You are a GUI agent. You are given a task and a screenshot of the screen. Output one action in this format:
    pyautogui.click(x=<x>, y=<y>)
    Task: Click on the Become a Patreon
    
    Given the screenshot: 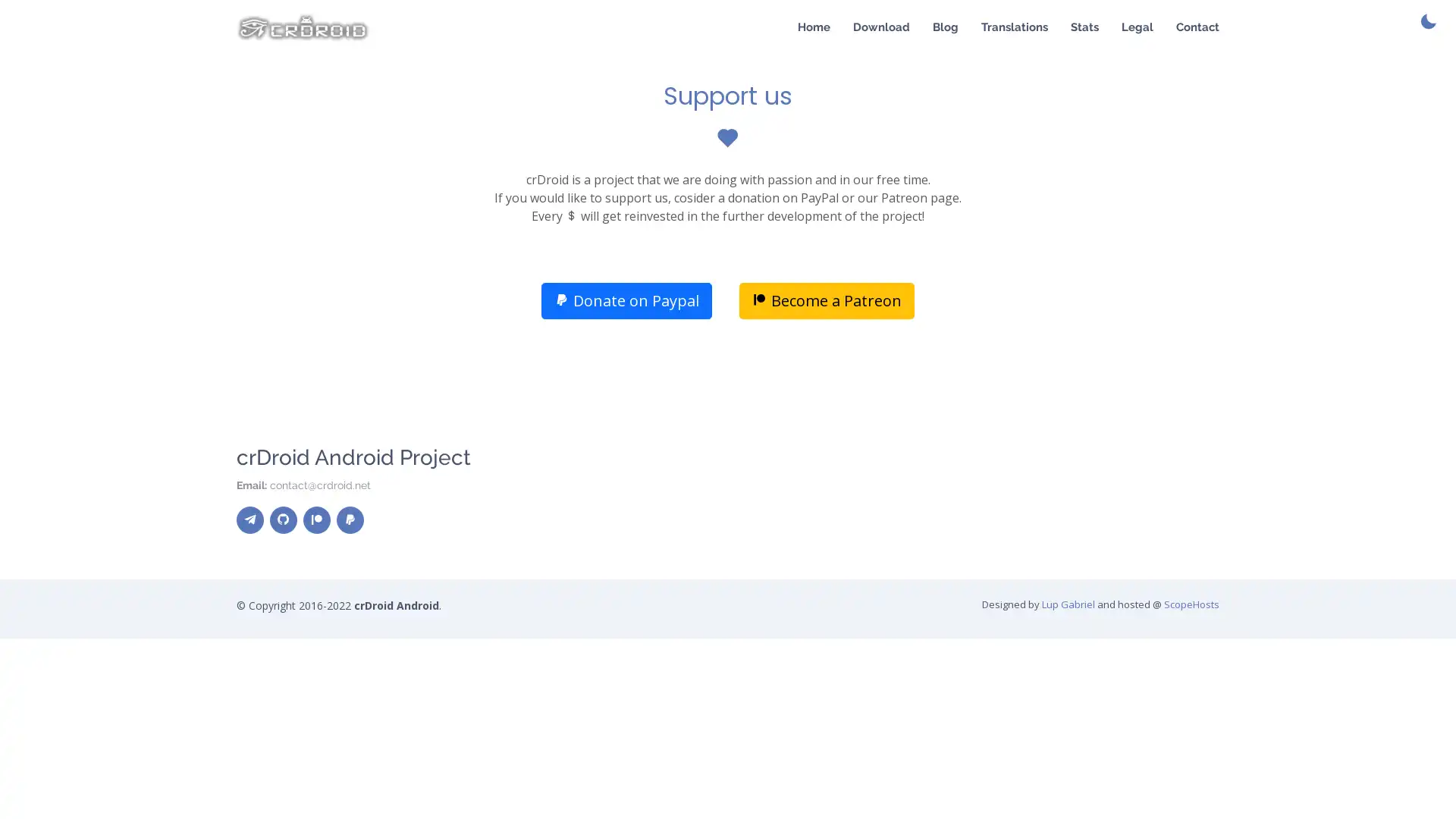 What is the action you would take?
    pyautogui.click(x=826, y=300)
    